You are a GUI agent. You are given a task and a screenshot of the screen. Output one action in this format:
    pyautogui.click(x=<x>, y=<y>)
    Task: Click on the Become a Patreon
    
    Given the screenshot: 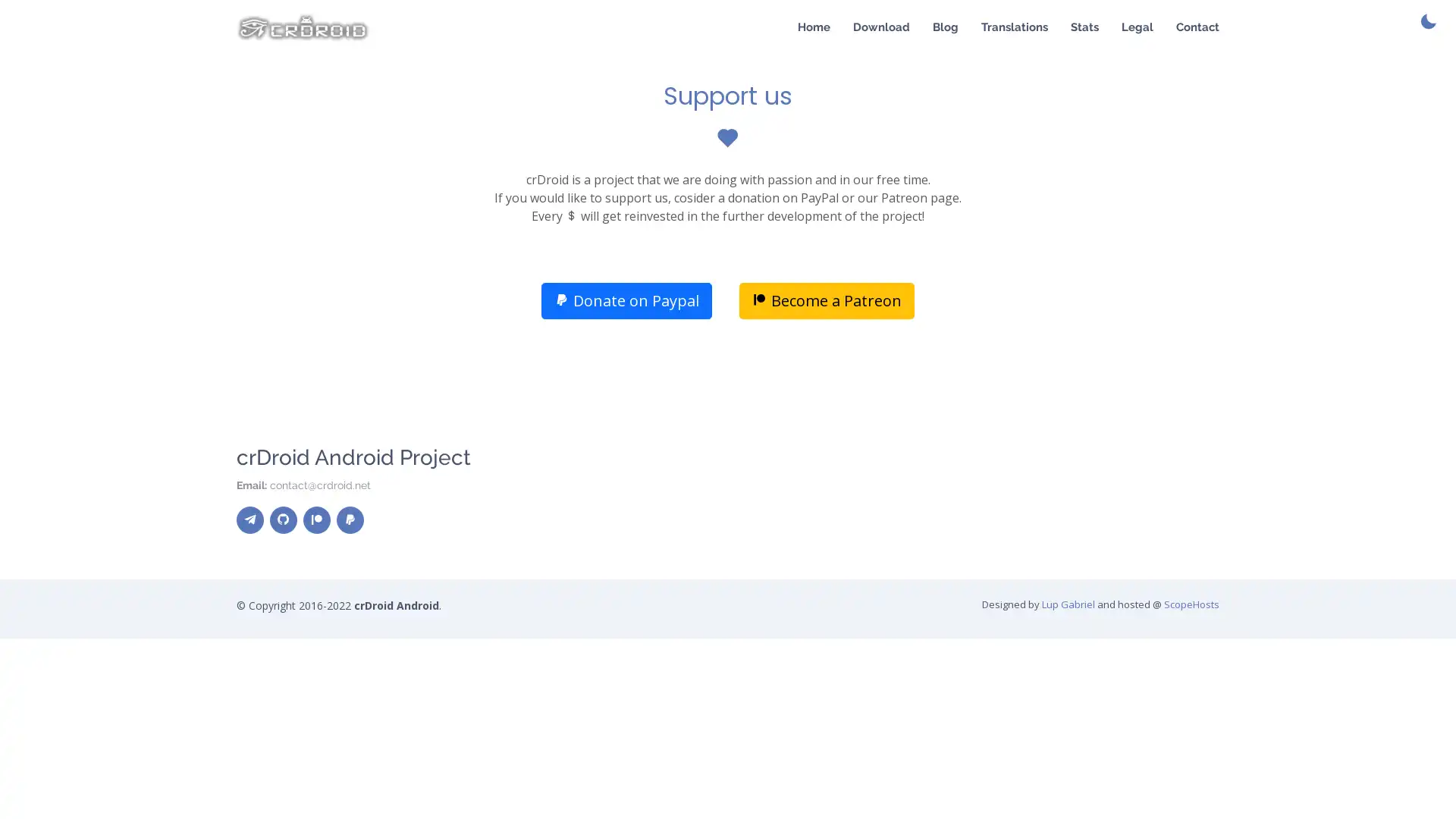 What is the action you would take?
    pyautogui.click(x=826, y=300)
    